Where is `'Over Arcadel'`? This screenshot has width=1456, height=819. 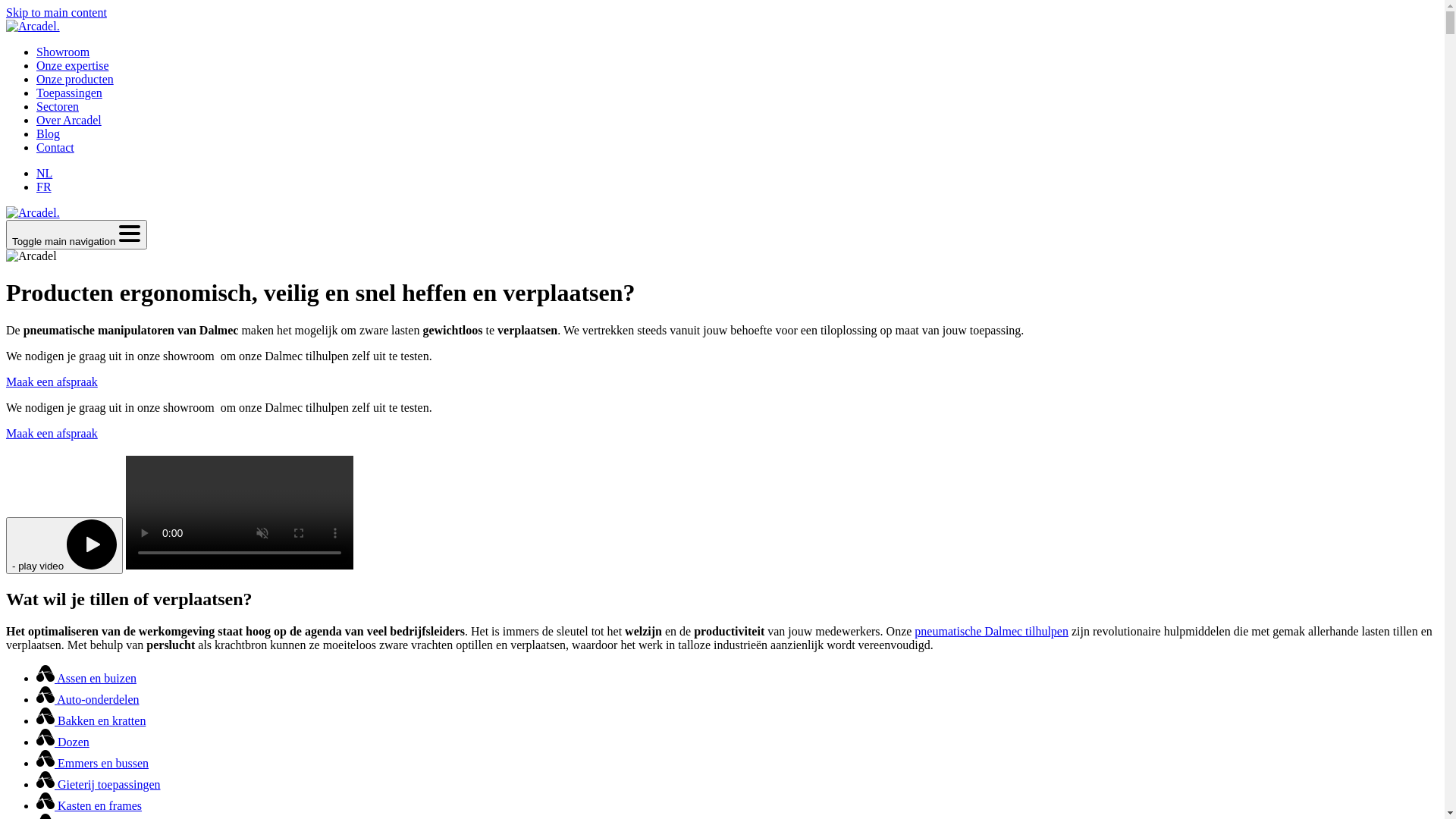
'Over Arcadel' is located at coordinates (36, 119).